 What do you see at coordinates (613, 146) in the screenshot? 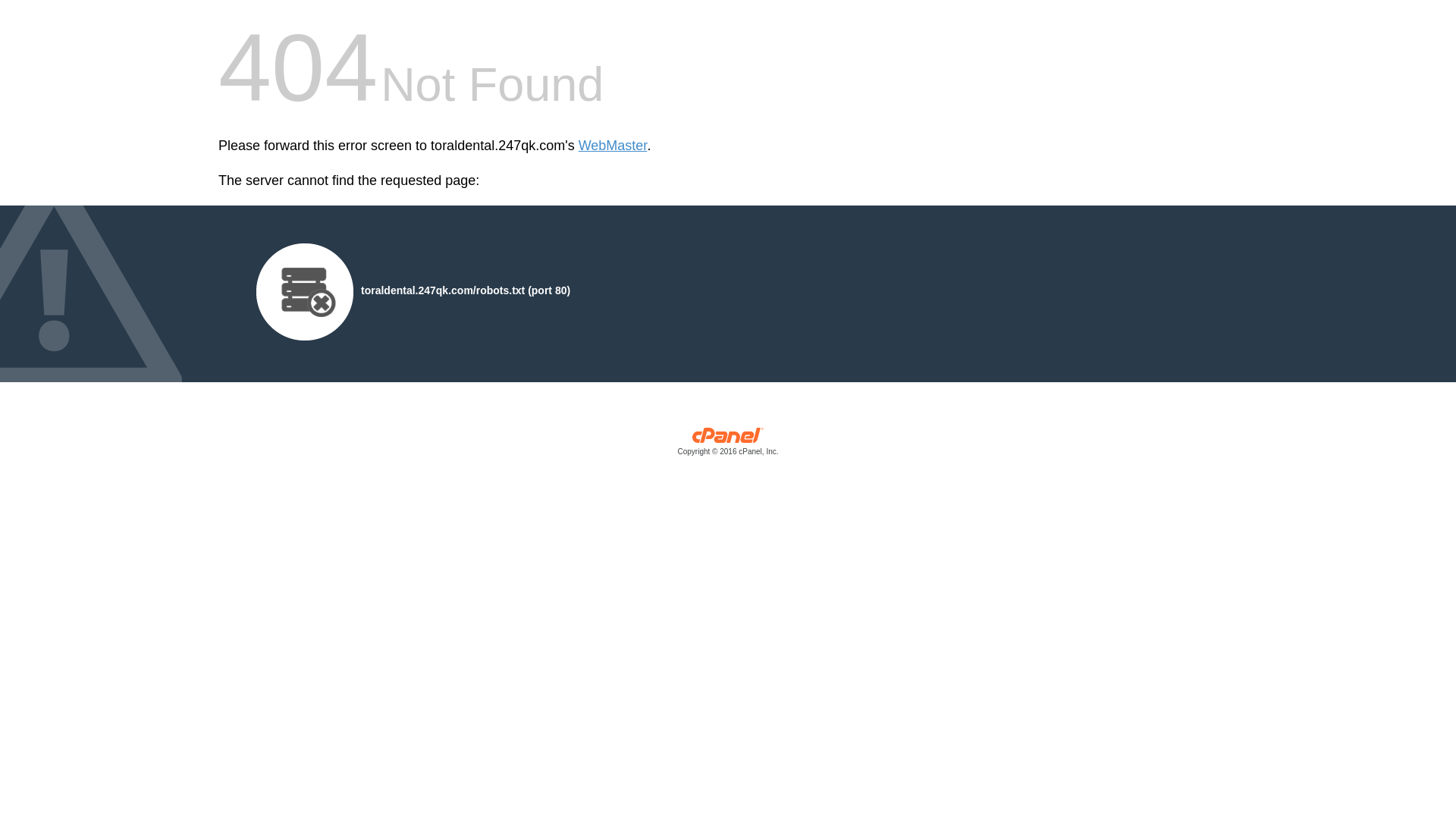
I see `'WebMaster'` at bounding box center [613, 146].